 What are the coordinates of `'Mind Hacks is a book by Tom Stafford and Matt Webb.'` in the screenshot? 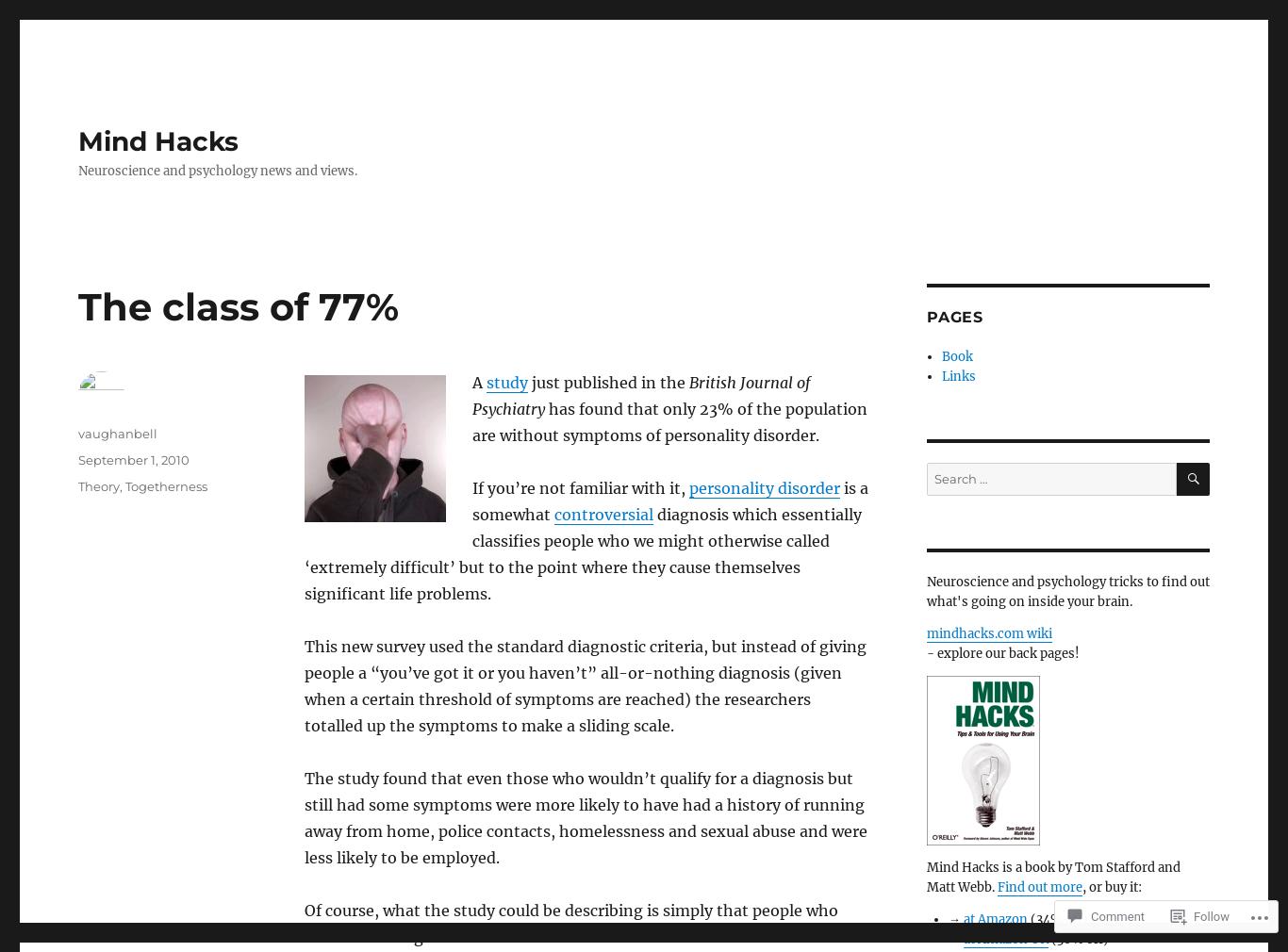 It's located at (926, 878).